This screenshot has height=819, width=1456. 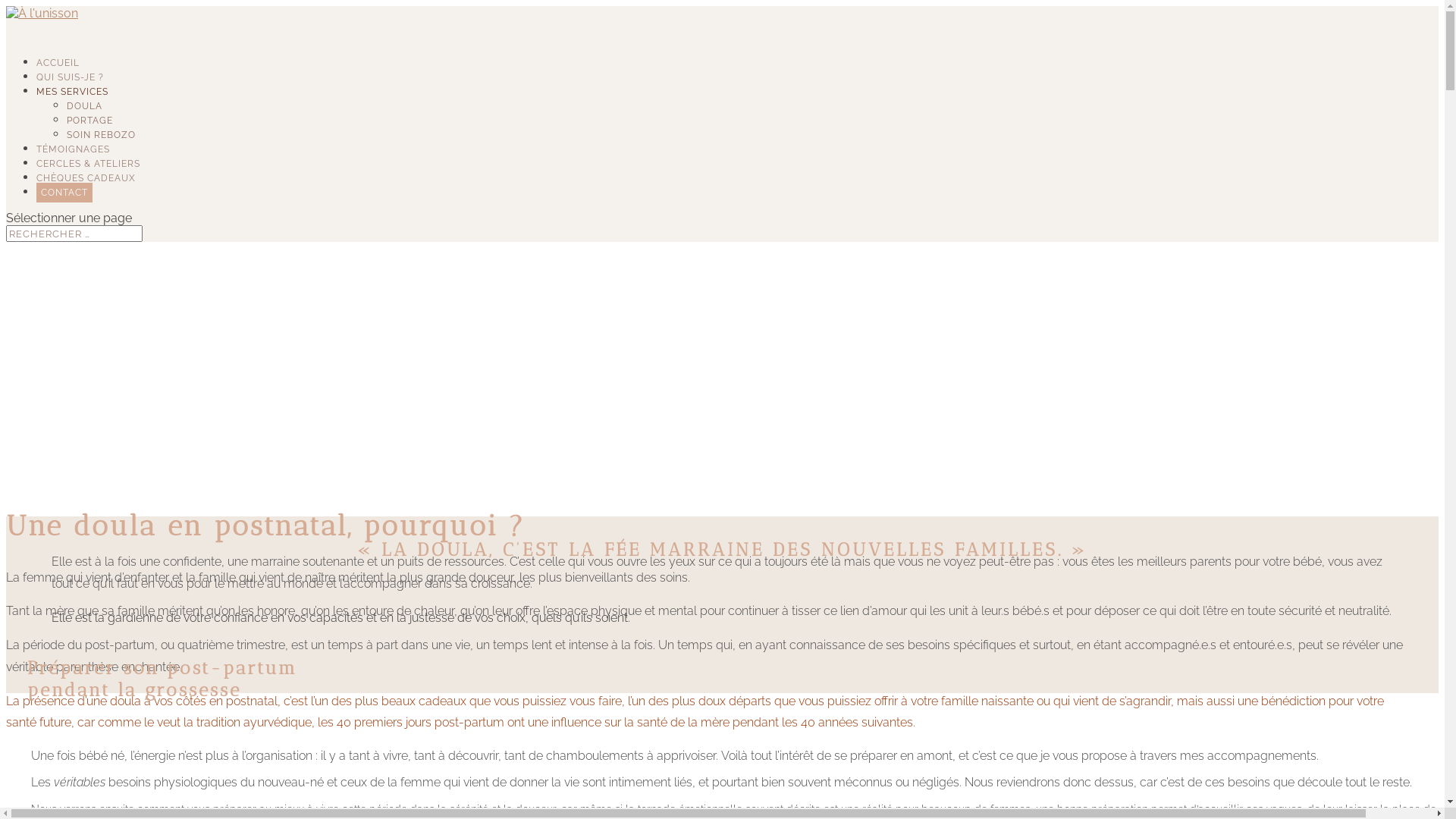 I want to click on 'CERCLES & ATELIERS', so click(x=36, y=174).